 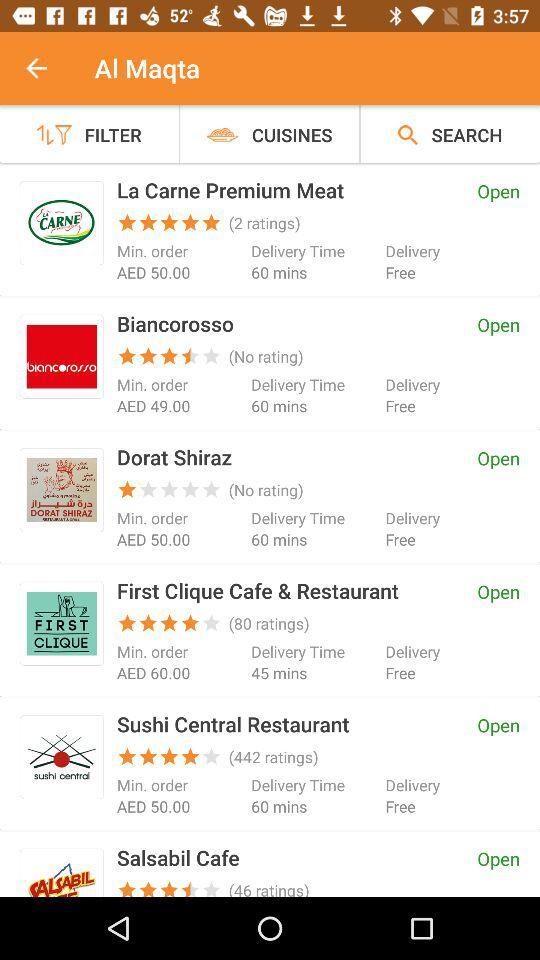 I want to click on click on sushi central restaurant, so click(x=61, y=756).